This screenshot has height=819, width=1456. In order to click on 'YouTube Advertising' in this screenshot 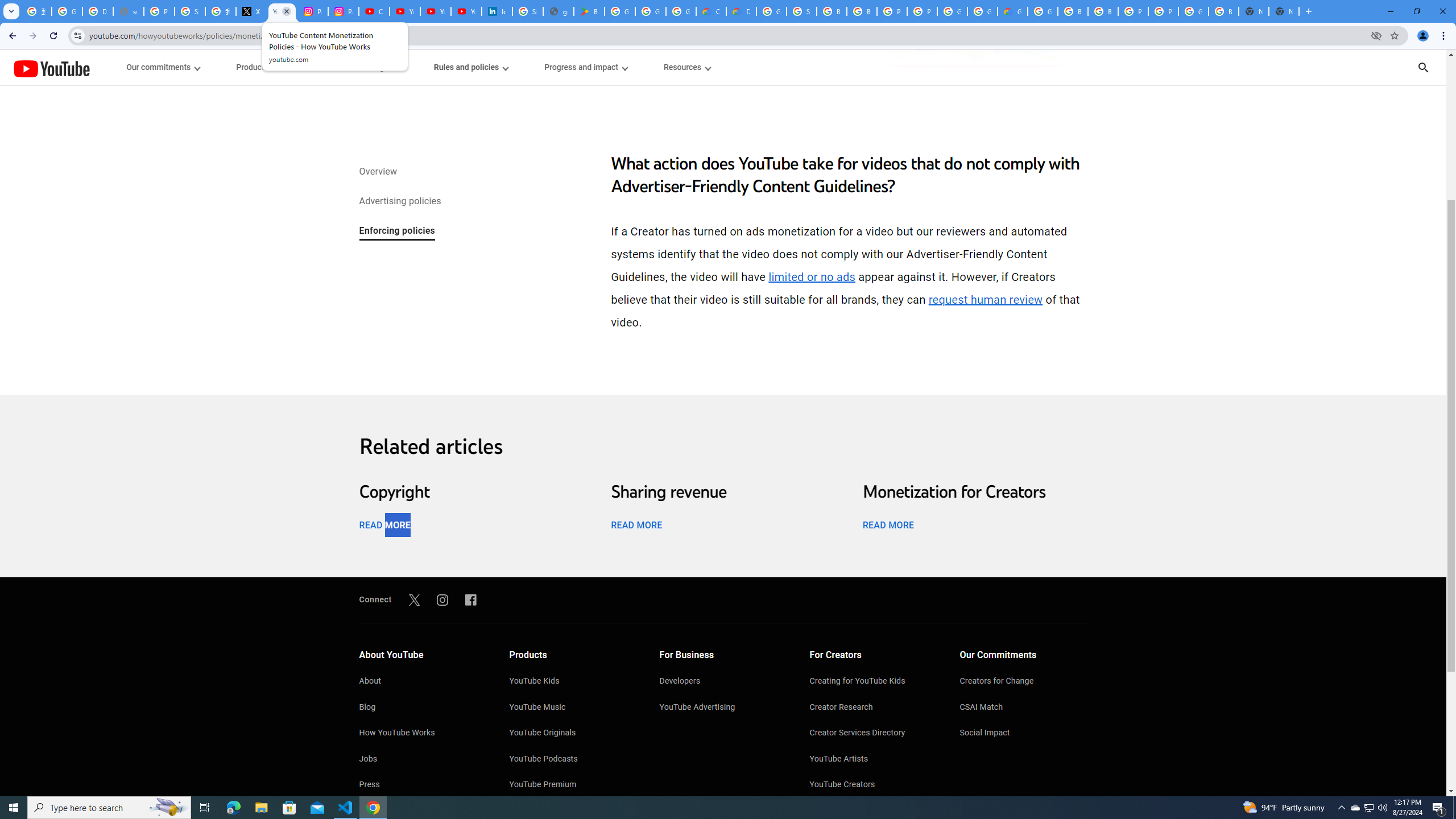, I will do `click(723, 708)`.